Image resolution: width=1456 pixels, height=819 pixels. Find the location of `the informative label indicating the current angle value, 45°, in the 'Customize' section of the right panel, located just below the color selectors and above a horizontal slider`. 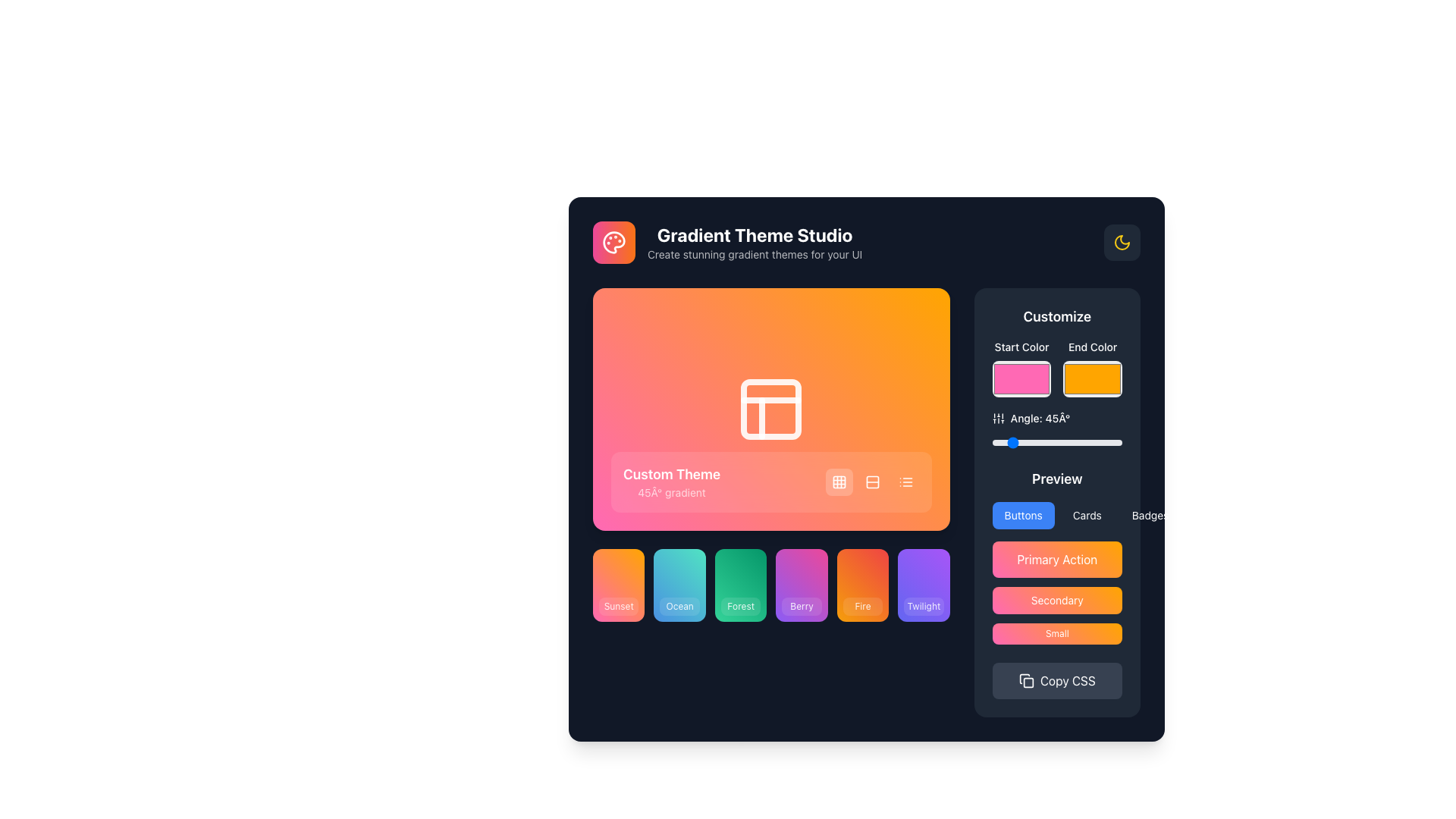

the informative label indicating the current angle value, 45°, in the 'Customize' section of the right panel, located just below the color selectors and above a horizontal slider is located at coordinates (1056, 418).